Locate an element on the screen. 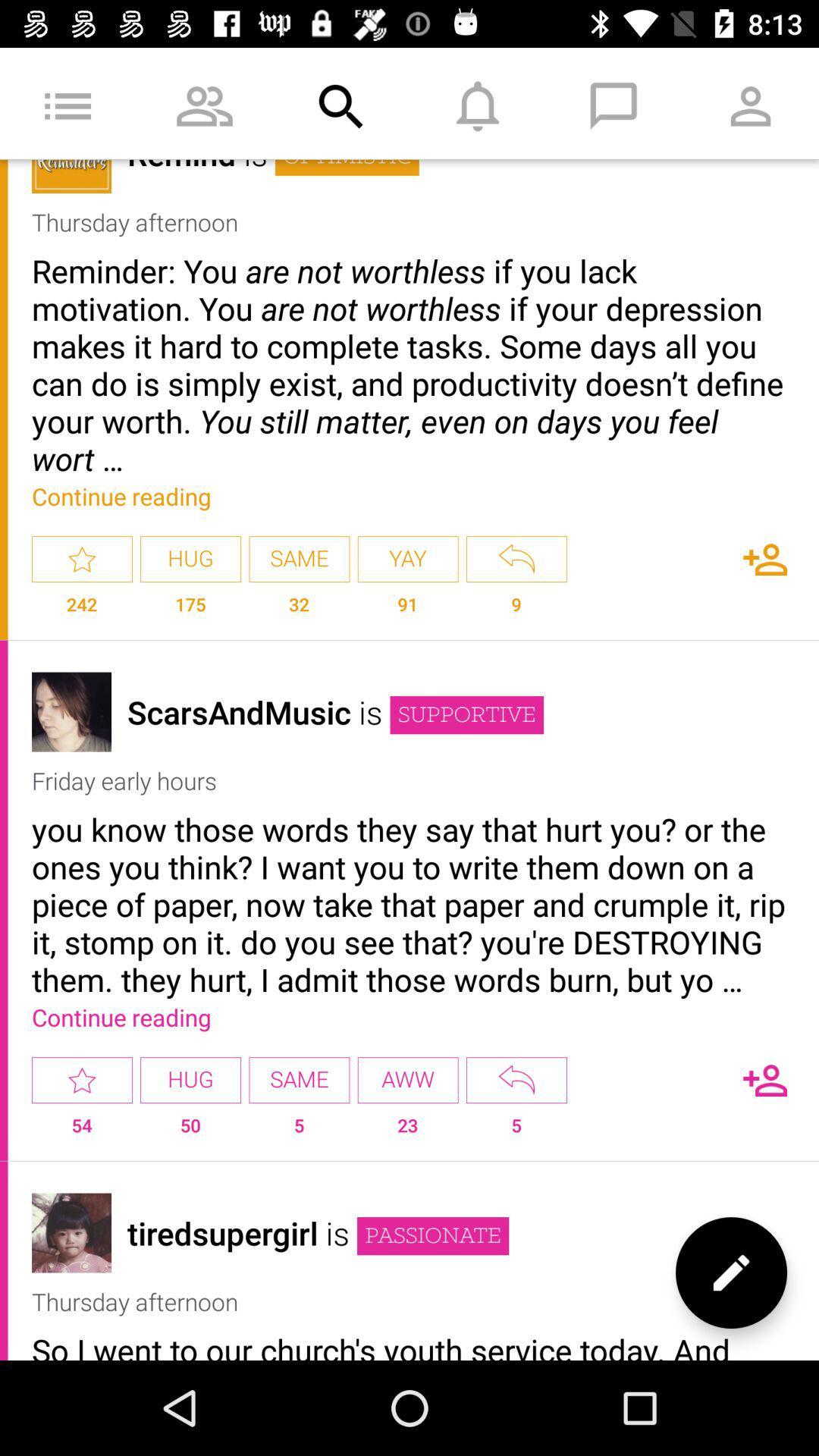 Image resolution: width=819 pixels, height=1456 pixels. to favorites is located at coordinates (82, 558).